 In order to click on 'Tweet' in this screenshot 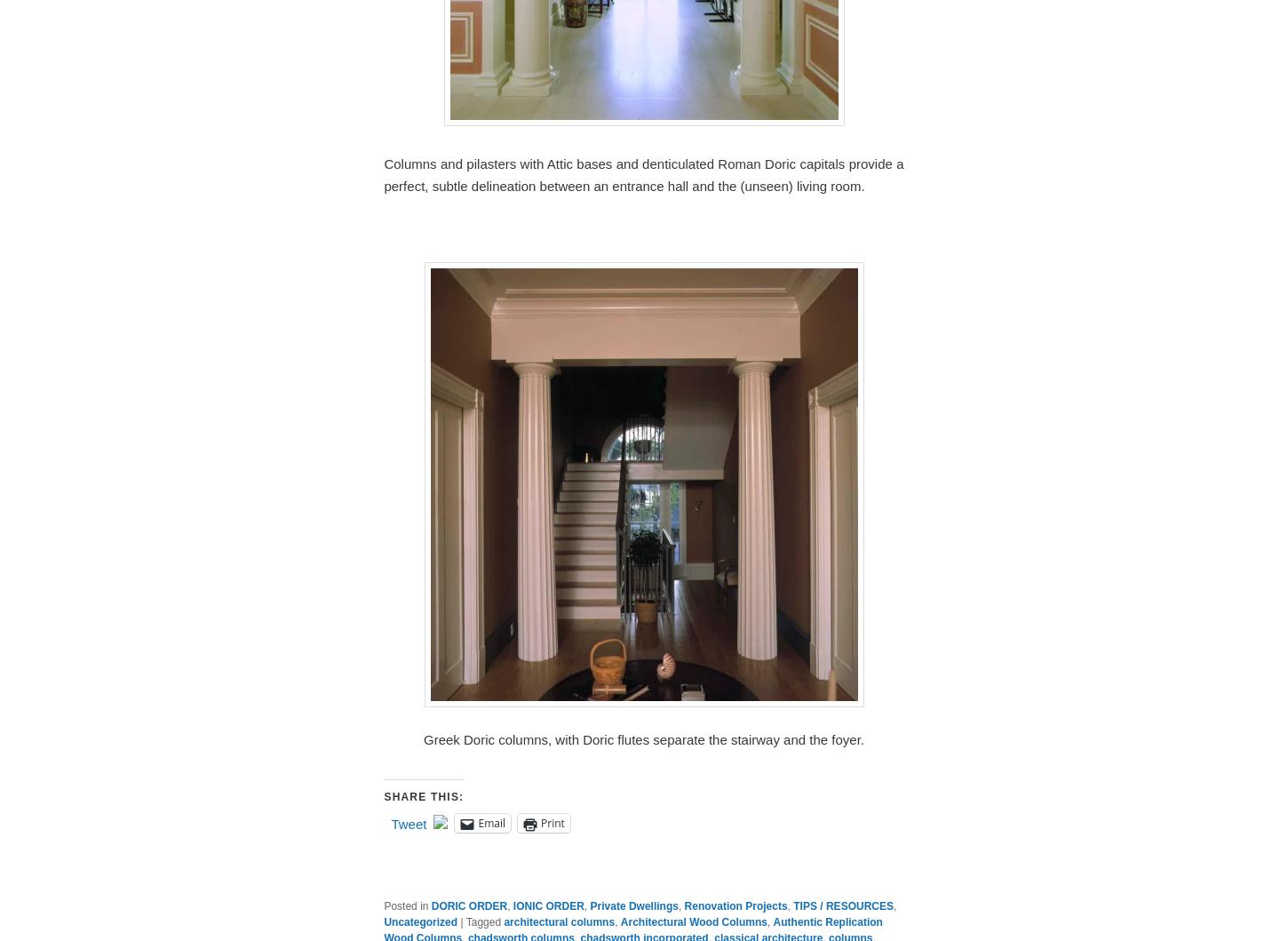, I will do `click(407, 824)`.